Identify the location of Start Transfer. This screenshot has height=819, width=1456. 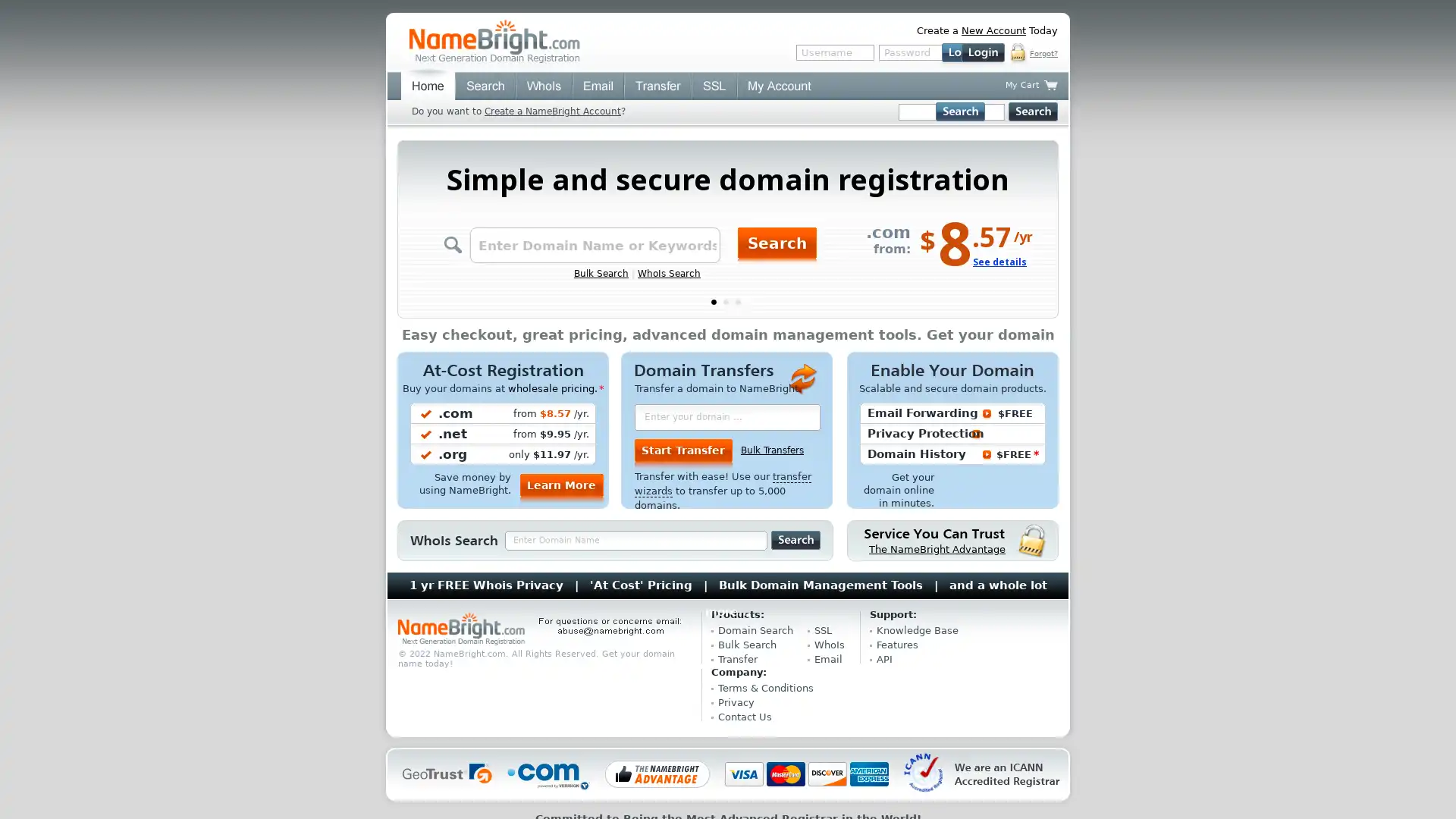
(682, 453).